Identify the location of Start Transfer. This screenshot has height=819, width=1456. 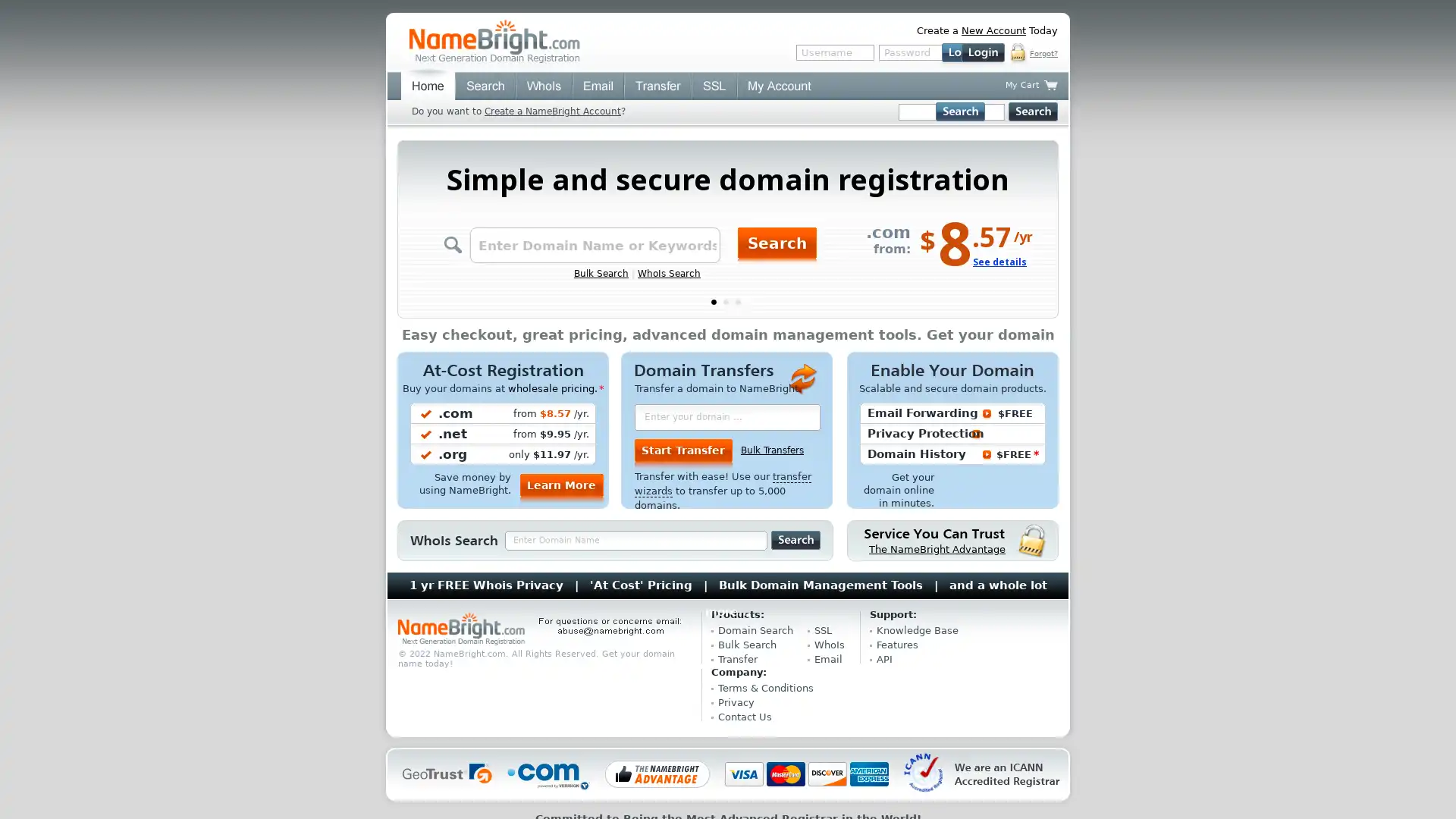
(682, 453).